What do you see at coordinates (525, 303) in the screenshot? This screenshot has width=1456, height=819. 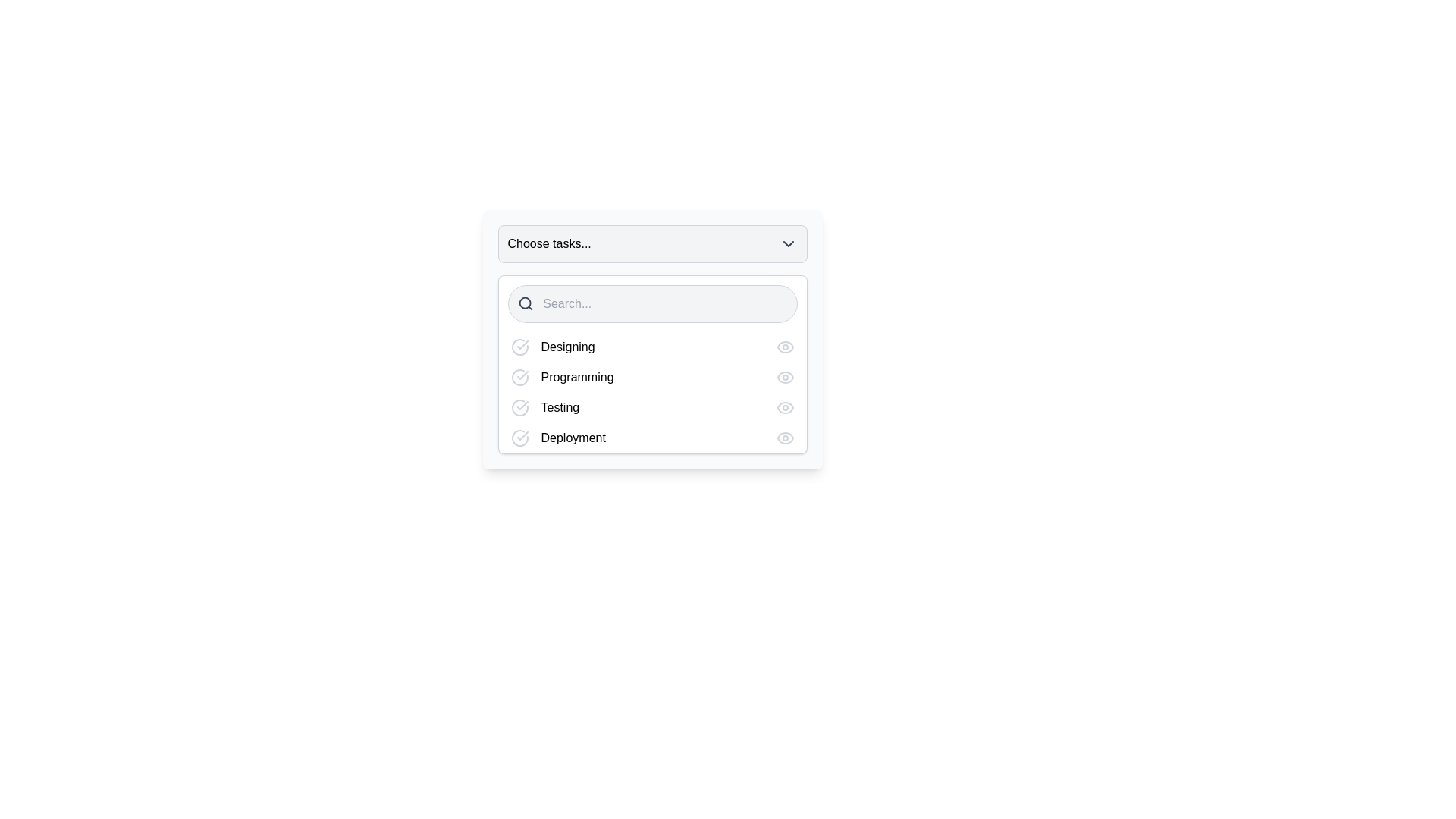 I see `the magnifying glass icon element that indicates the search functionality within the search area input, located to the left of the 'Choose tasks...' dropdown` at bounding box center [525, 303].